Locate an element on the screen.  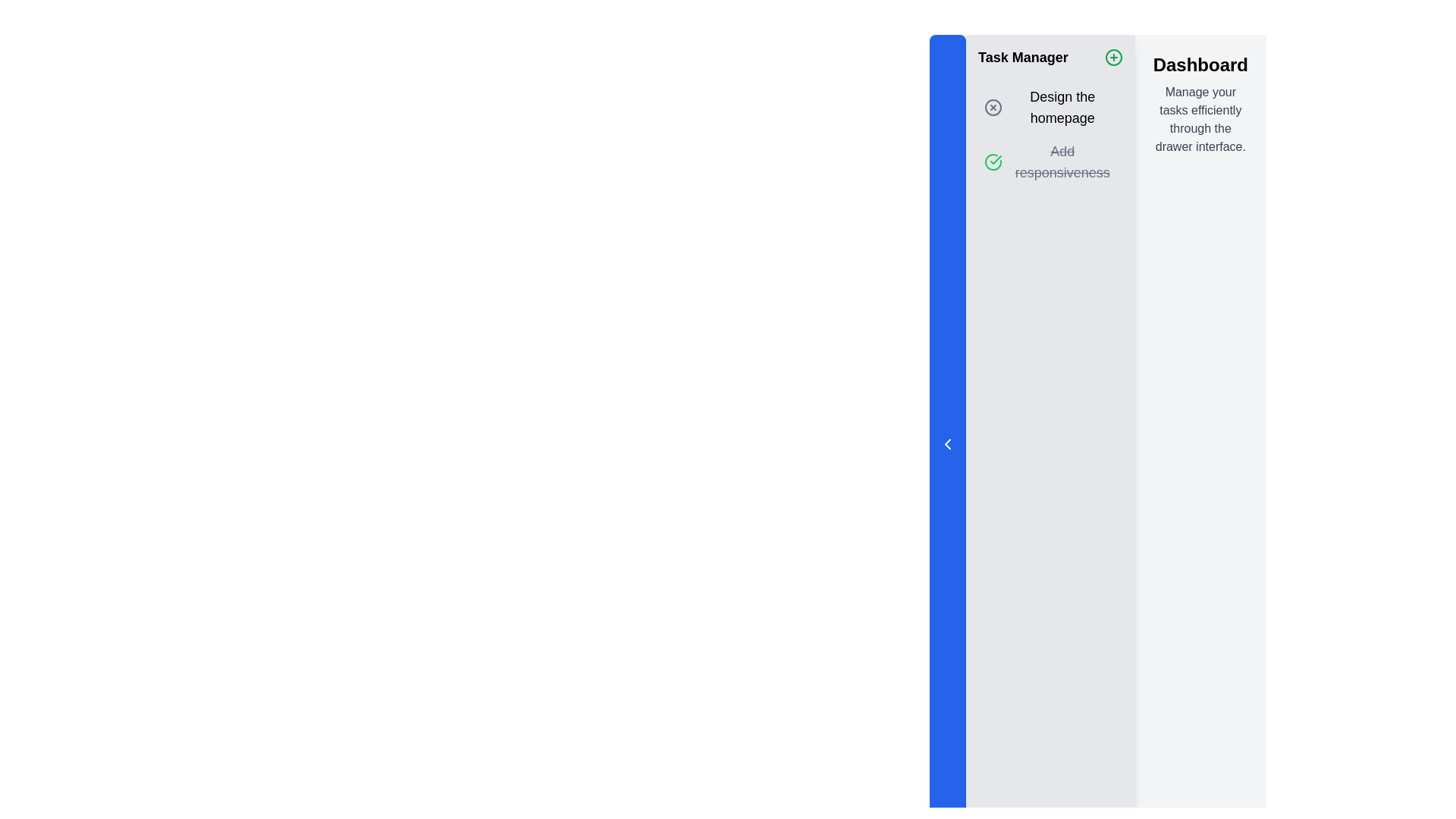
the text label that provides guidance on task management located below the 'Dashboard' header on the right panel of the interface is located at coordinates (1200, 119).